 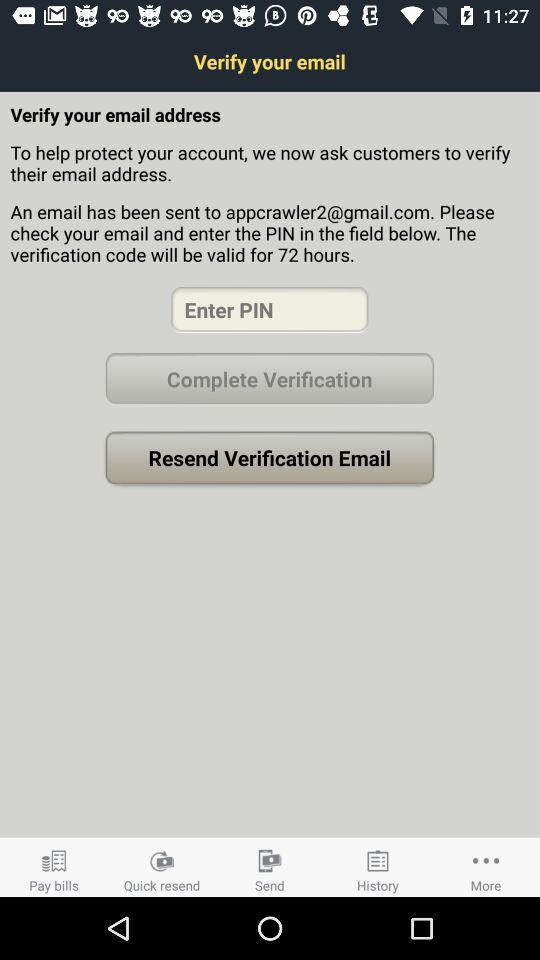 I want to click on the complete verification item, so click(x=269, y=378).